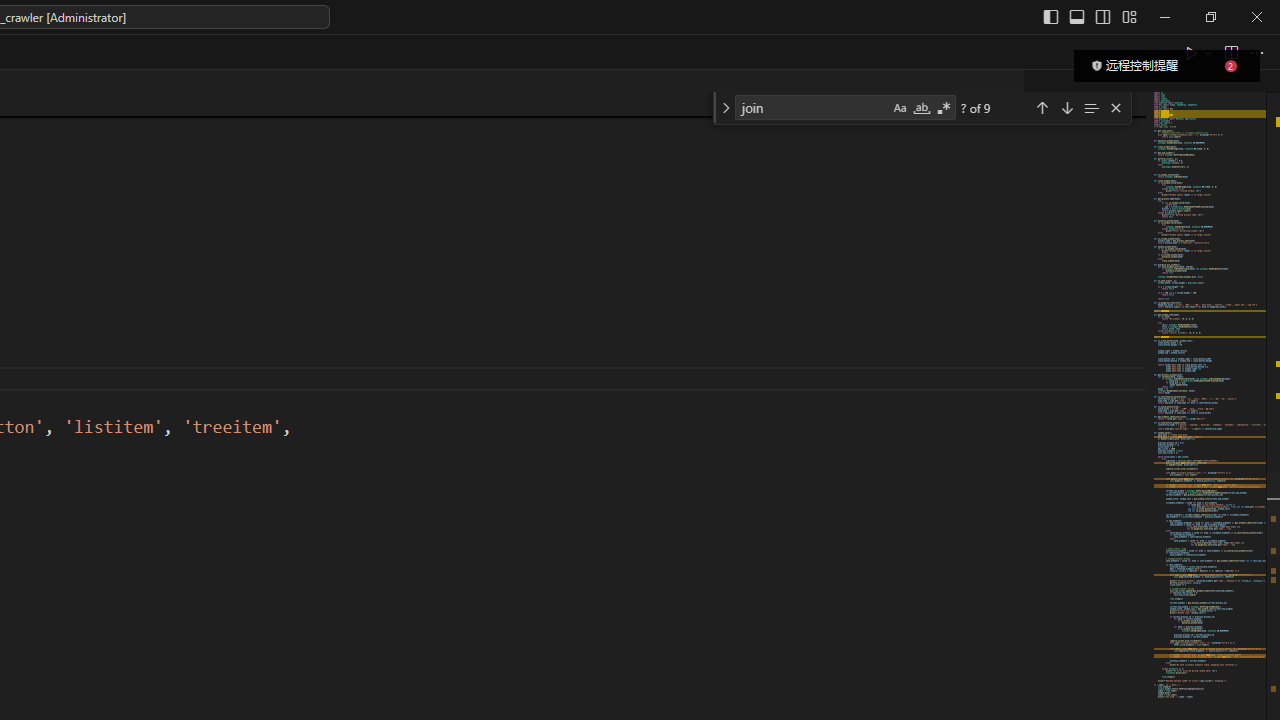  I want to click on 'Close (Escape)', so click(1114, 108).